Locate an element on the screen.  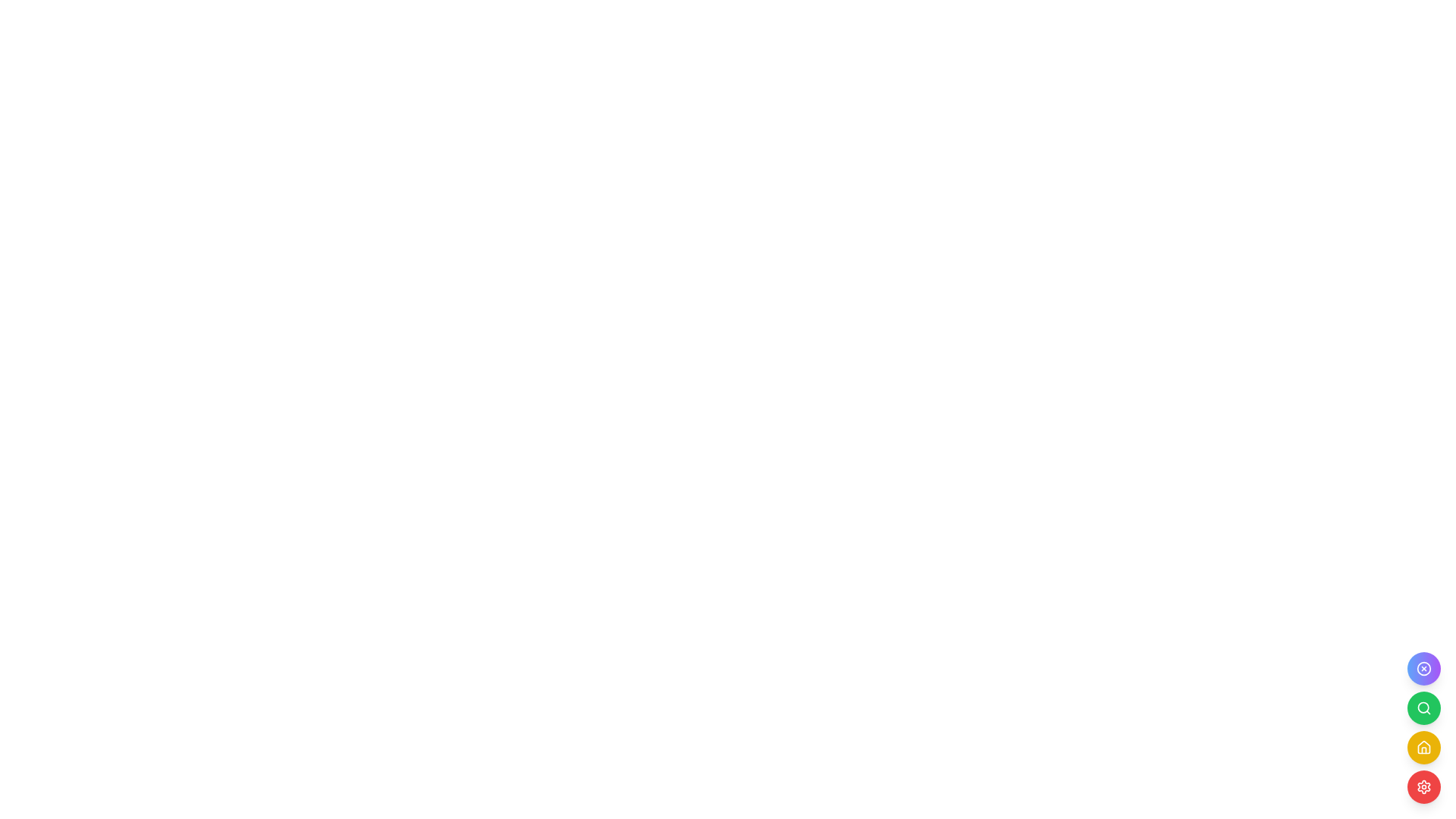
the icon or graphical marker located near the second item in a vertical list of circular elements along the right side of the interface is located at coordinates (1423, 708).